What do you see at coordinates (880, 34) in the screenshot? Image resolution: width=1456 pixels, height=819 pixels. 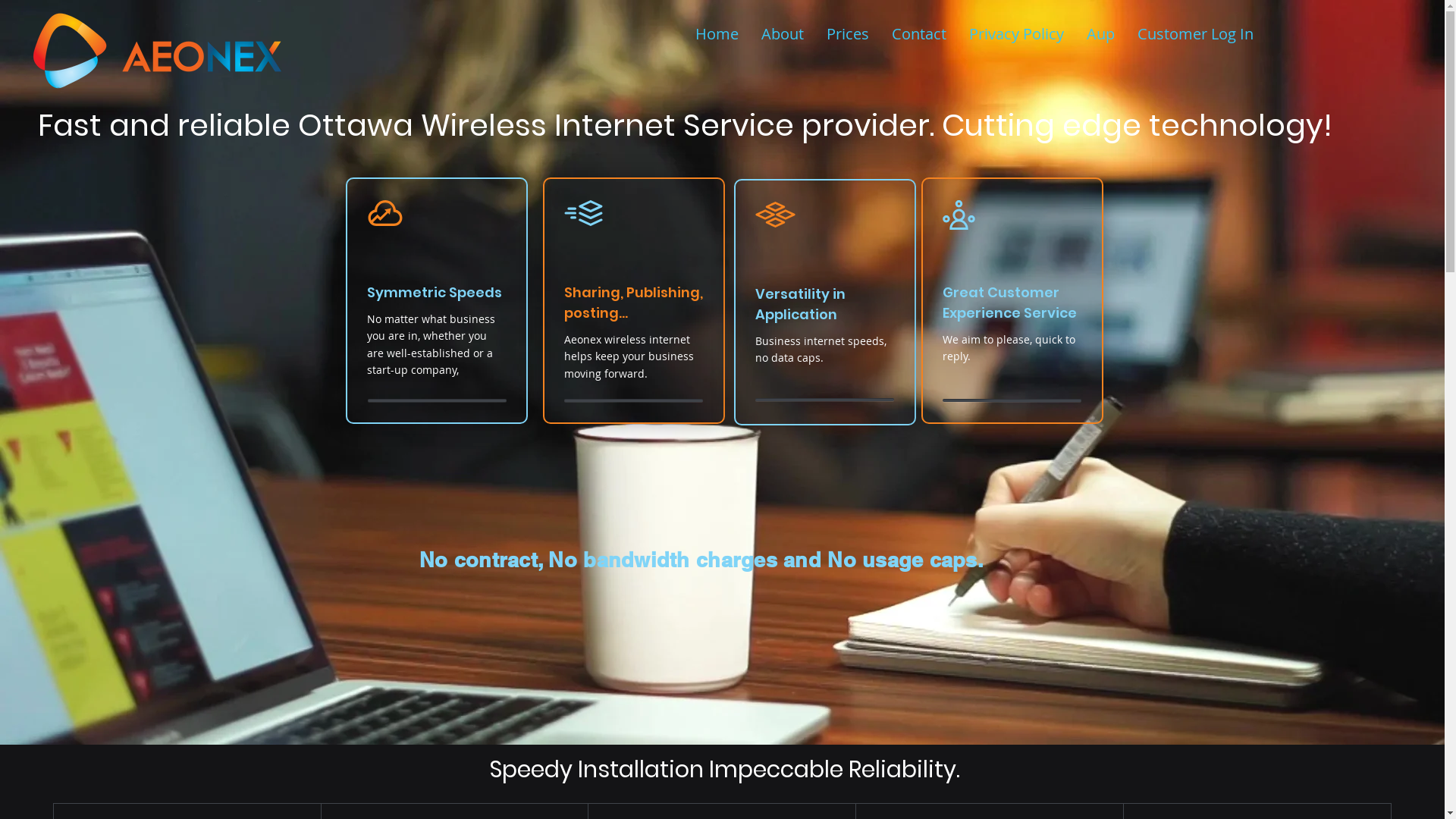 I see `'Contact'` at bounding box center [880, 34].